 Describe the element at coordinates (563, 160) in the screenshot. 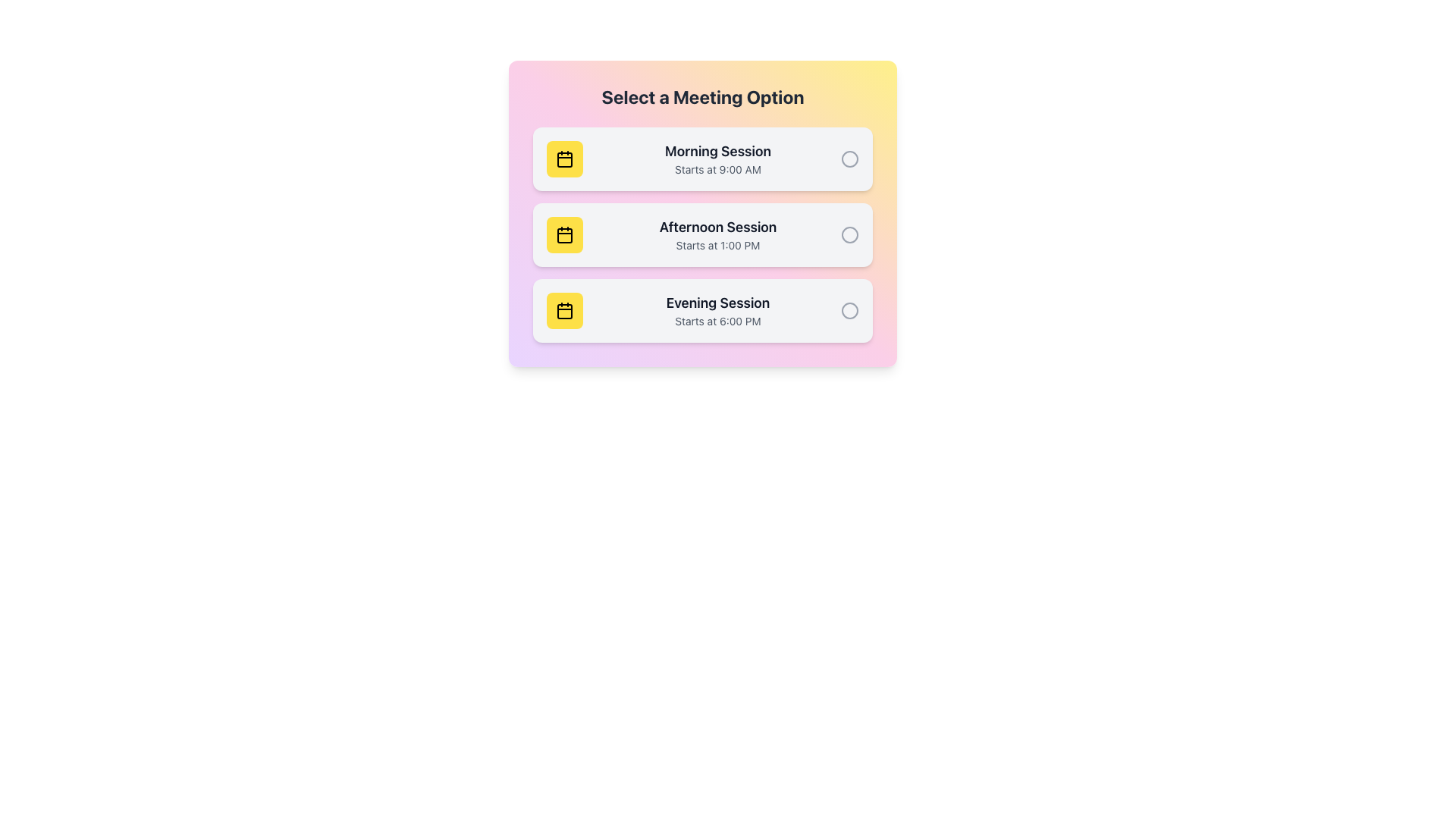

I see `the first decorative calendar icon, which is a yellow rectangular icon with rounded corners, located to the left of the 'Morning Session' label in the session options list` at that location.